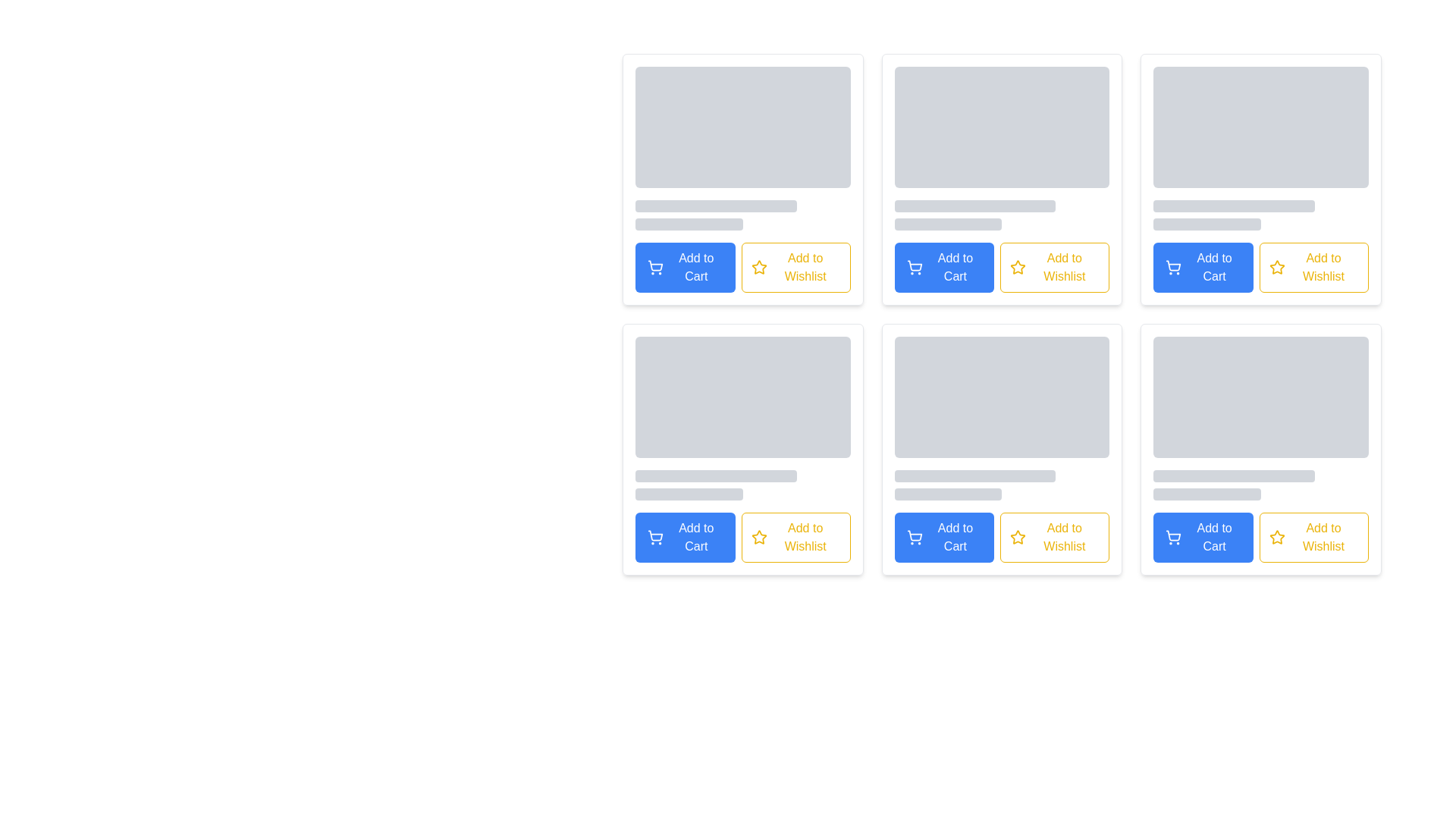 This screenshot has width=1456, height=819. What do you see at coordinates (1018, 537) in the screenshot?
I see `the star icon with a yellow outline and hollow interior, located inside the 'Add to Wishlist' button at the bottom right corner of the second product card` at bounding box center [1018, 537].